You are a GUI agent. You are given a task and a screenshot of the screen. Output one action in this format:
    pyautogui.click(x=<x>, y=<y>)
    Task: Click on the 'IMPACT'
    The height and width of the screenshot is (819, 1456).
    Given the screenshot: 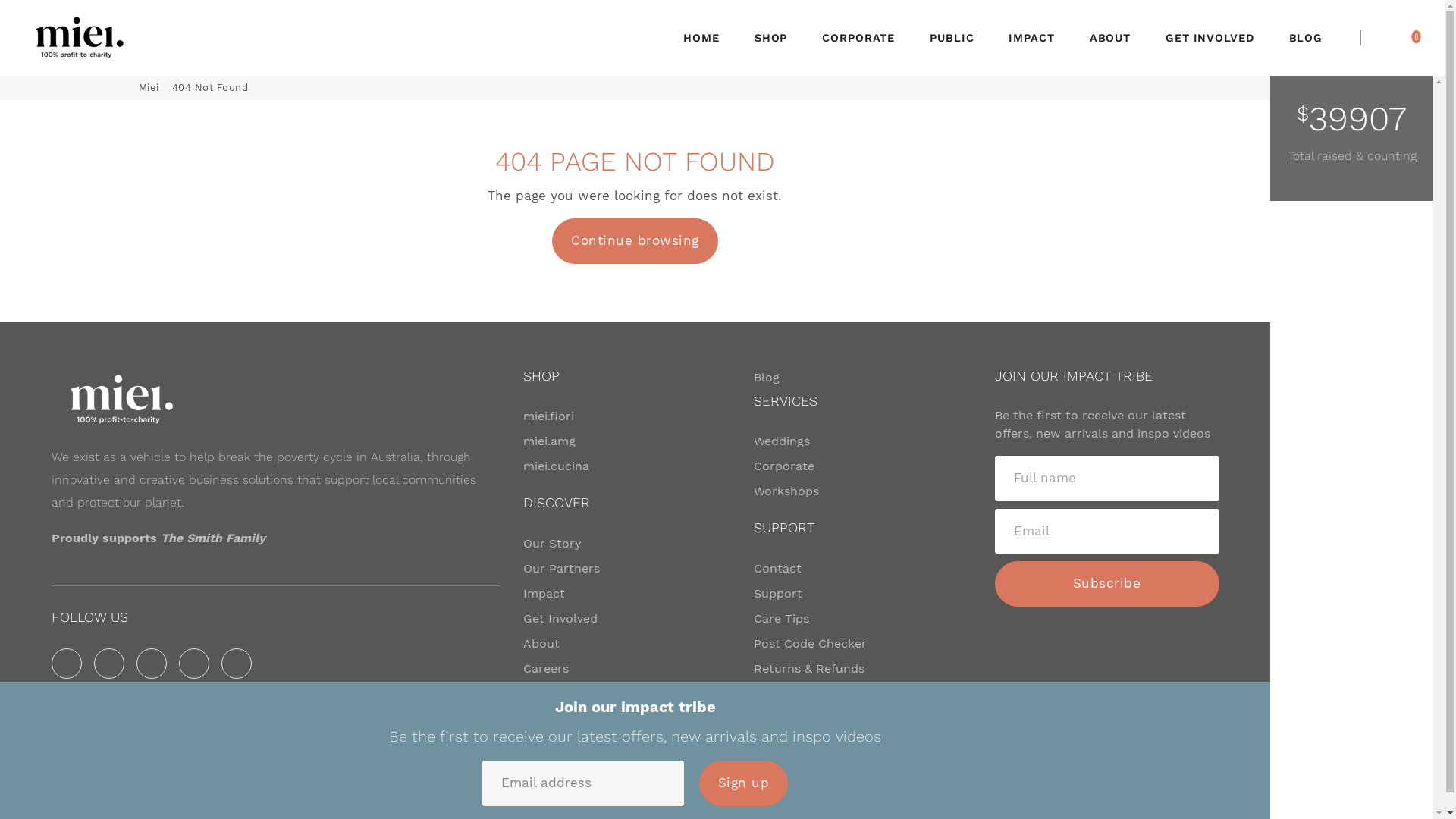 What is the action you would take?
    pyautogui.click(x=1031, y=37)
    